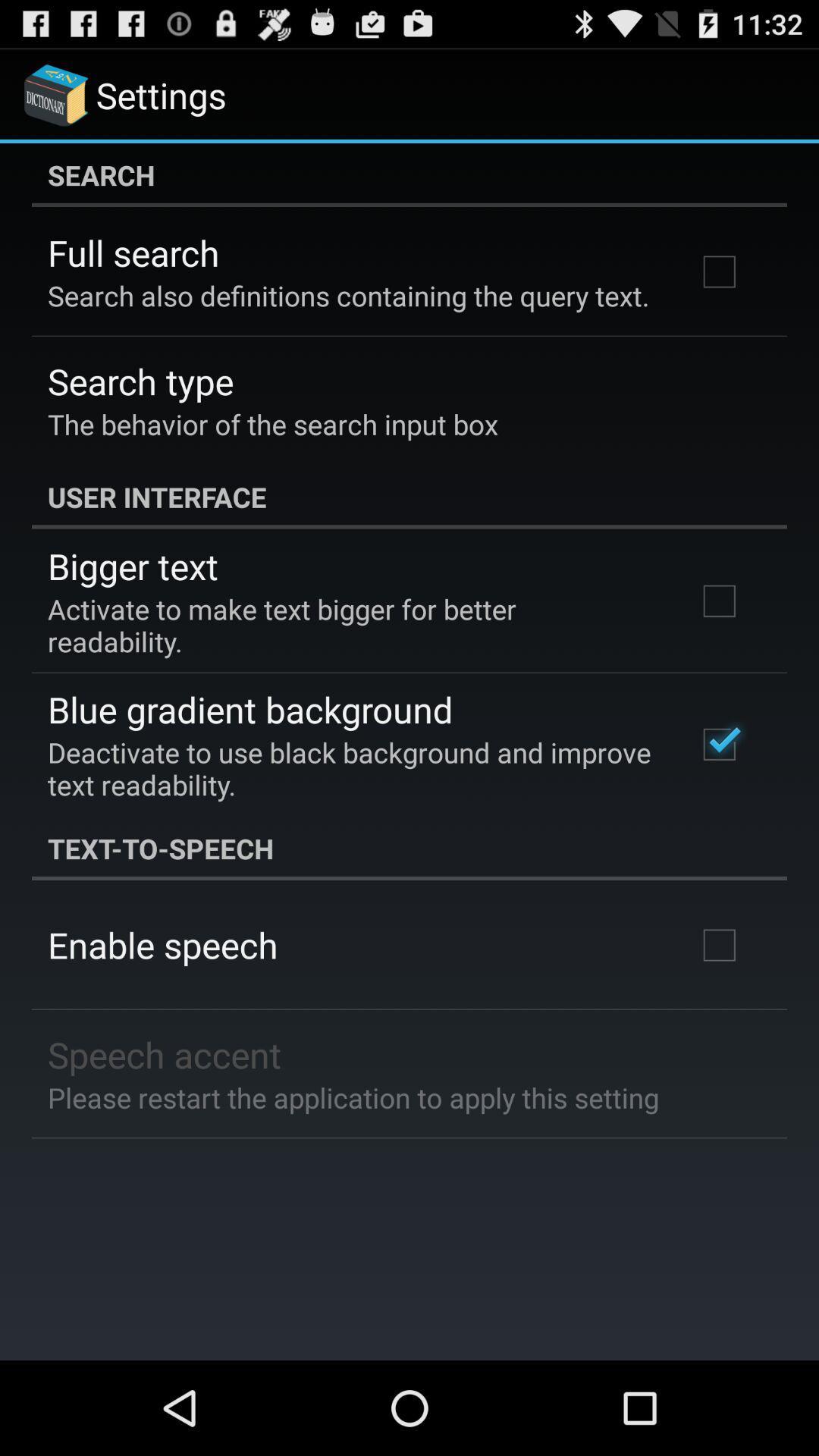 The image size is (819, 1456). Describe the element at coordinates (133, 253) in the screenshot. I see `the full search item` at that location.